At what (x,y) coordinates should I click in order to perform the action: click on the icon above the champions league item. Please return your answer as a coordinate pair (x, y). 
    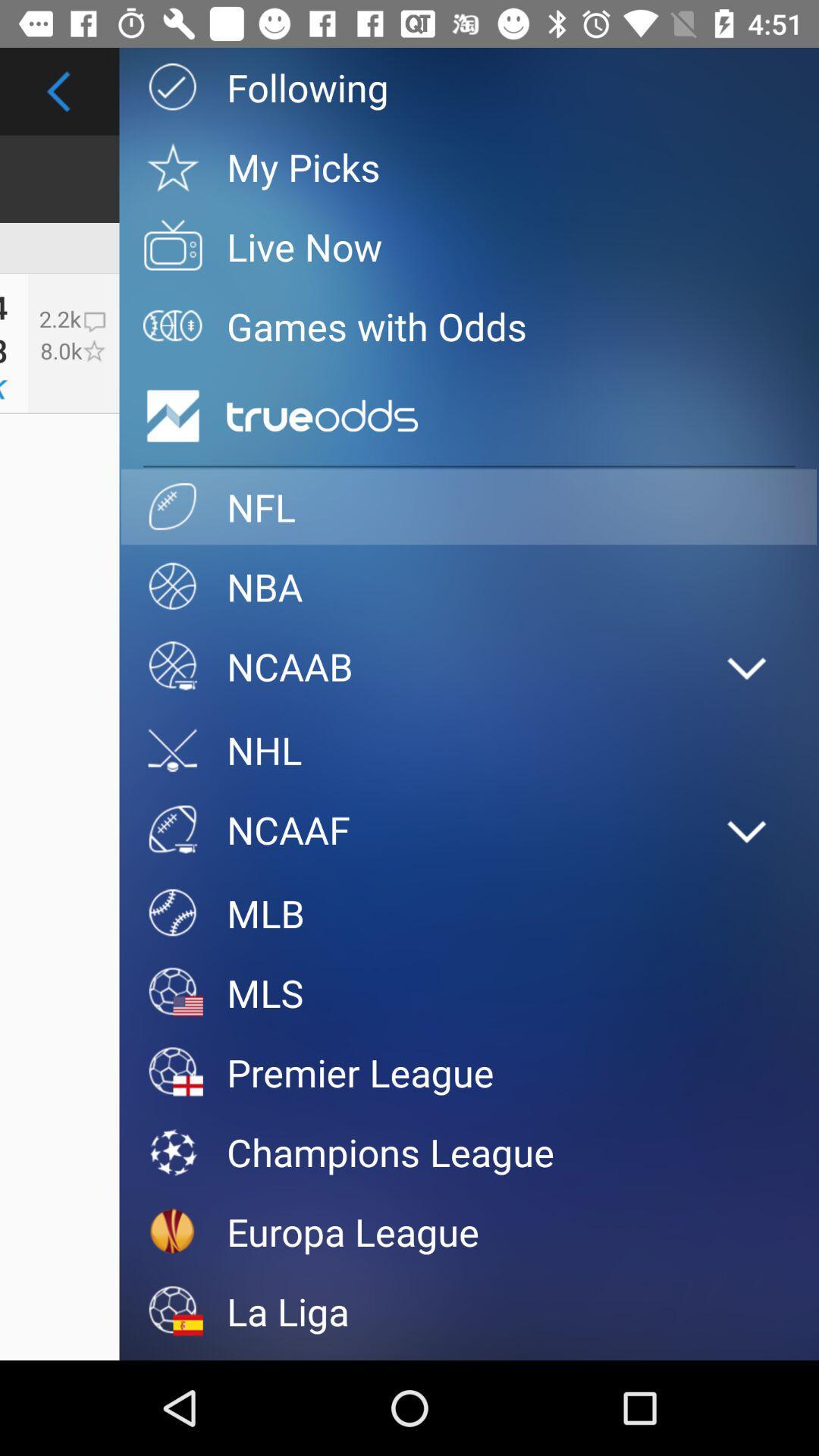
    Looking at the image, I should click on (468, 1072).